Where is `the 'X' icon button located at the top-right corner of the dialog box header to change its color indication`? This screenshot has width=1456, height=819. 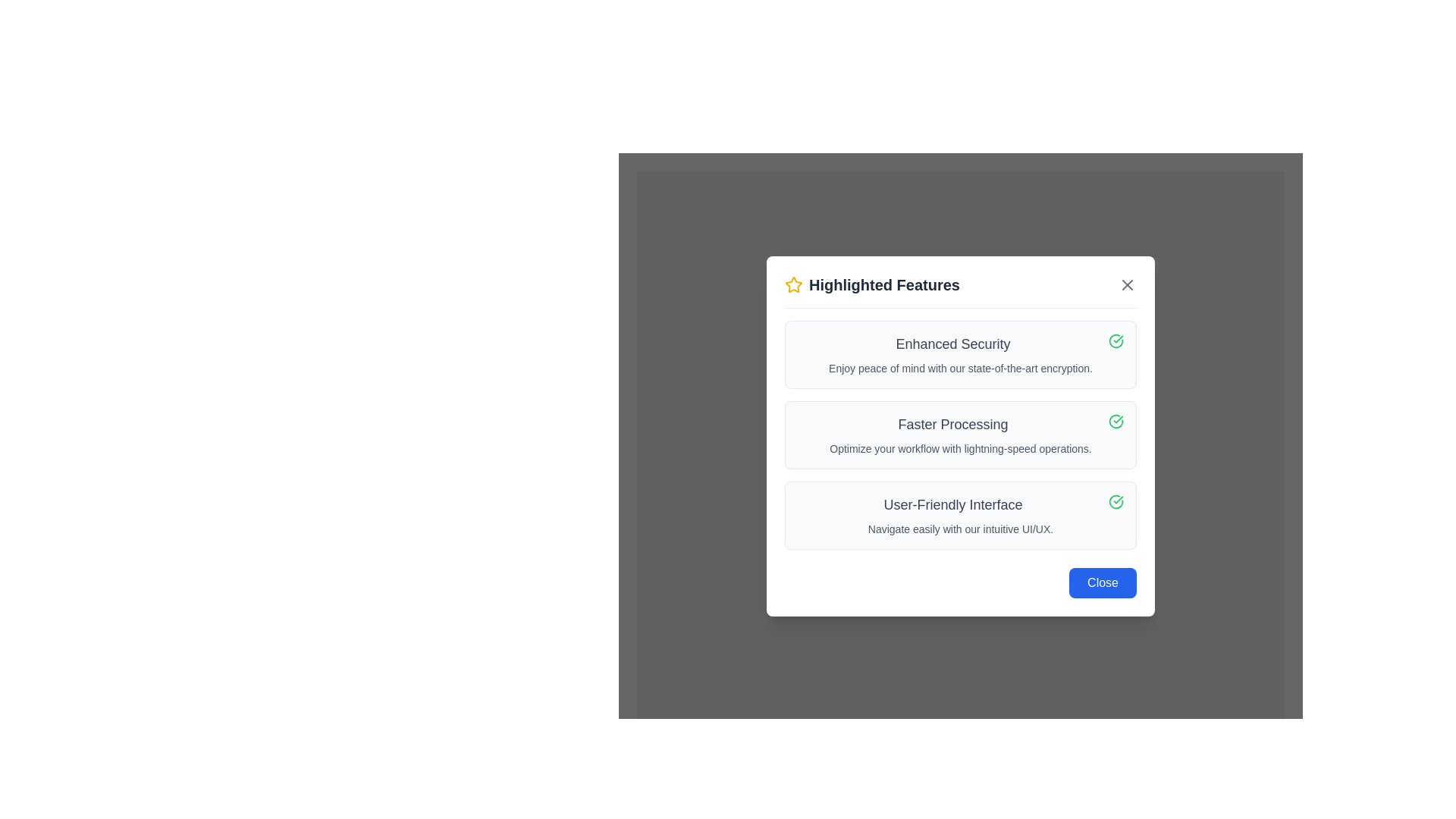 the 'X' icon button located at the top-right corner of the dialog box header to change its color indication is located at coordinates (1128, 284).